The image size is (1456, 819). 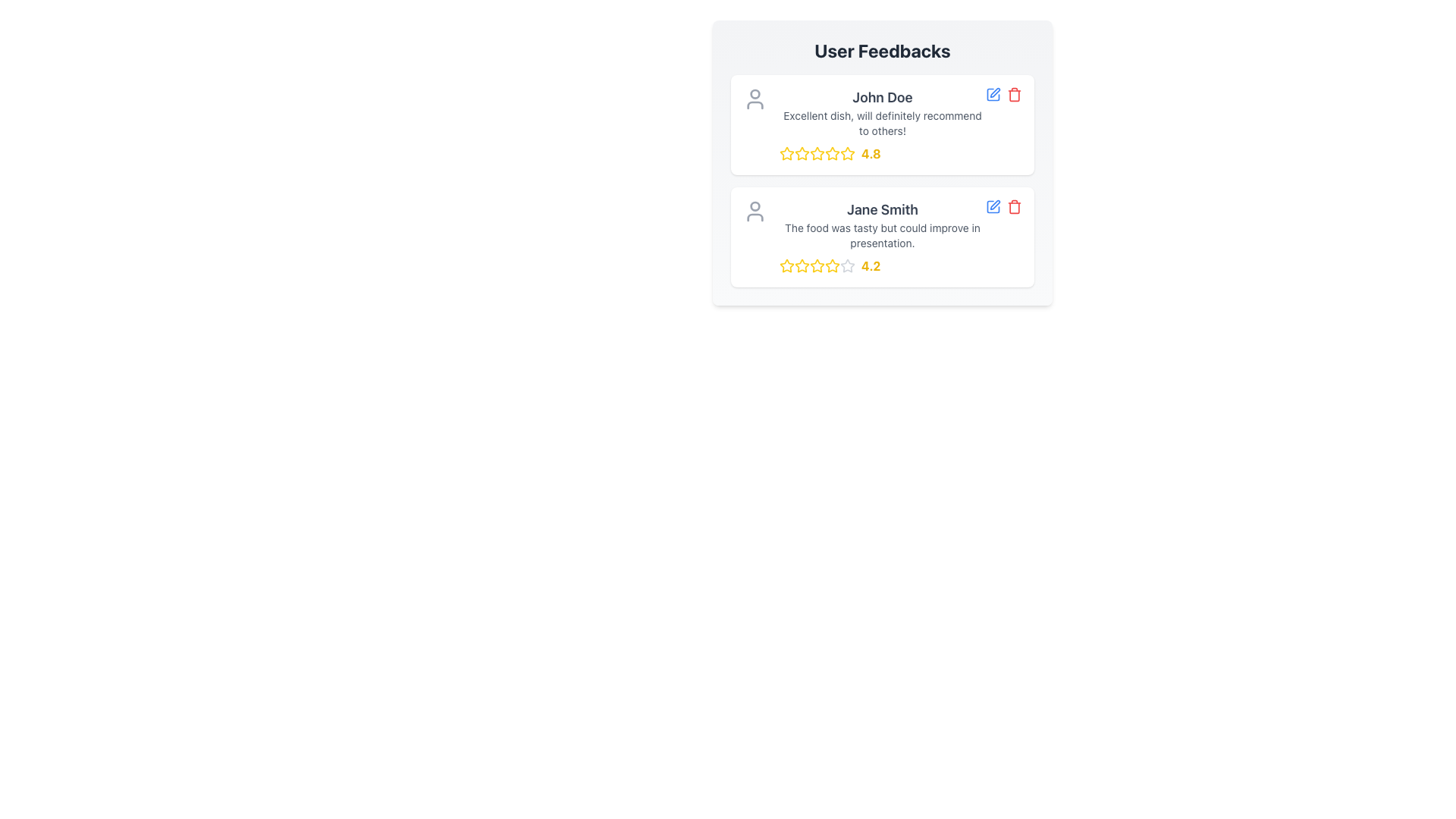 I want to click on the fourth star-shaped icon for rating, which is yellow and located under the user's name 'John Doe' in the rating section, so click(x=817, y=154).